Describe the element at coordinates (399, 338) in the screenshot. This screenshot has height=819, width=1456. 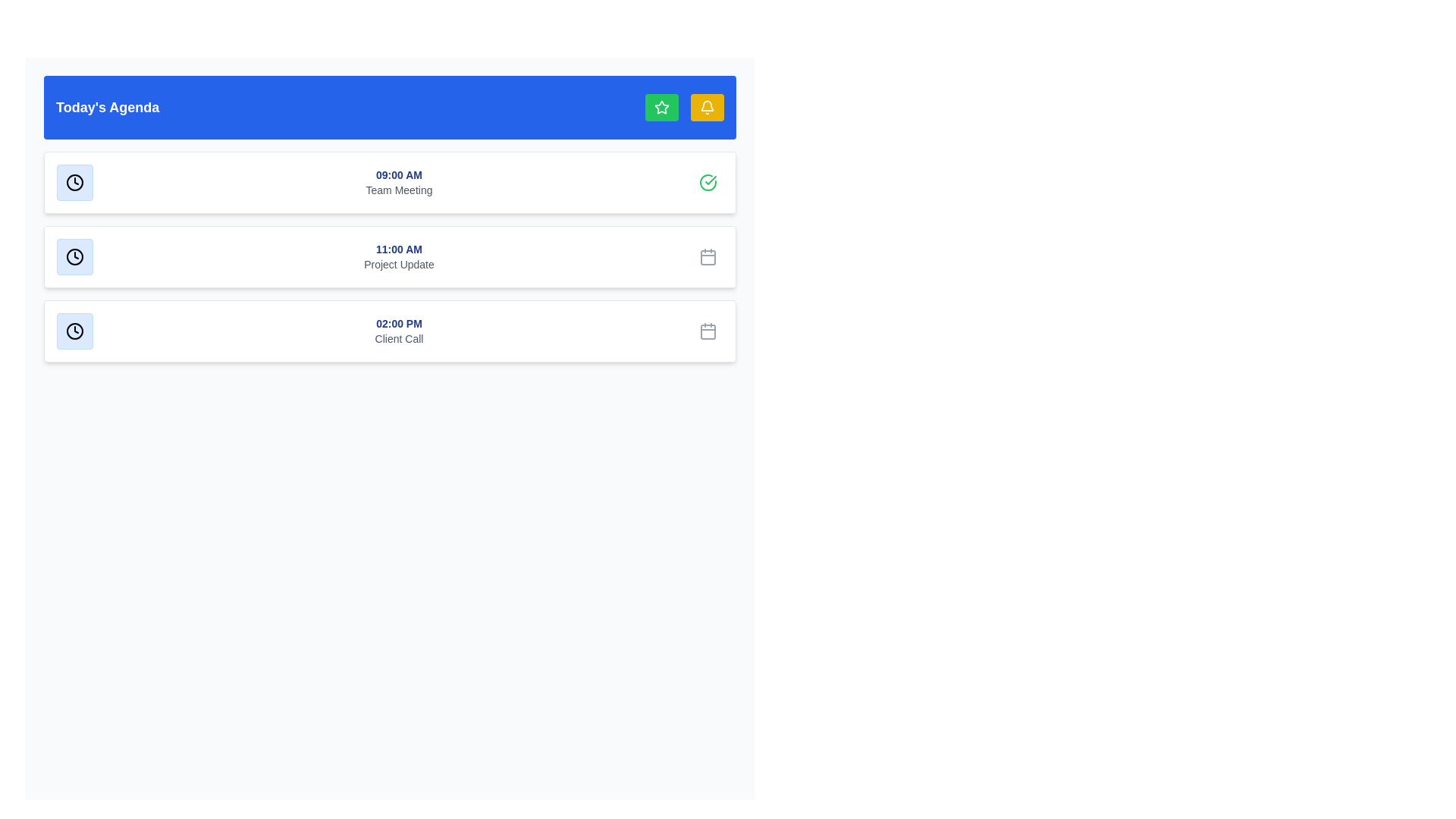
I see `the text element located directly below '02:00 PM' in the agenda interface by moving the cursor to its center point` at that location.